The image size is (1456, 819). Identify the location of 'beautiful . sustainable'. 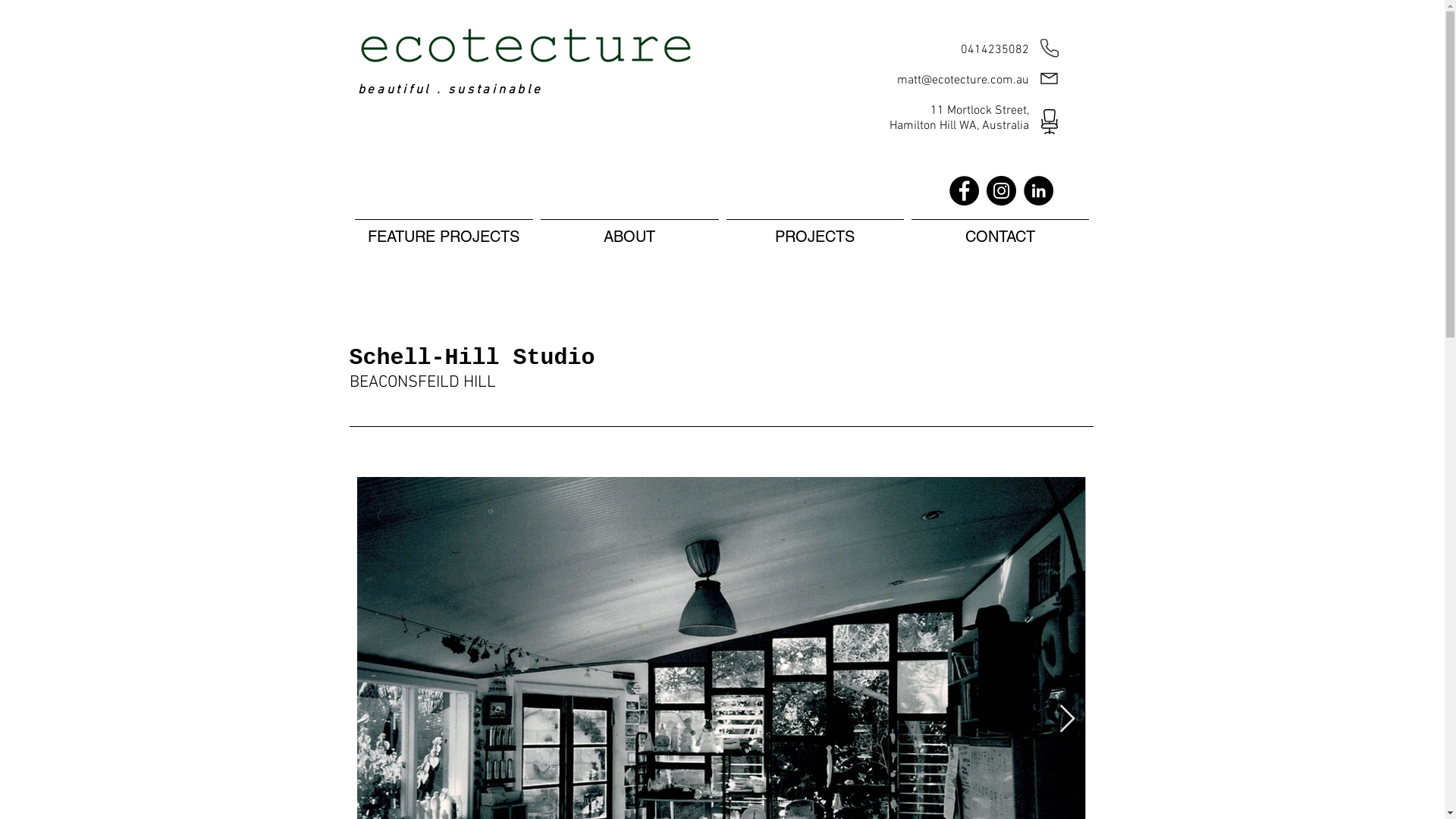
(450, 90).